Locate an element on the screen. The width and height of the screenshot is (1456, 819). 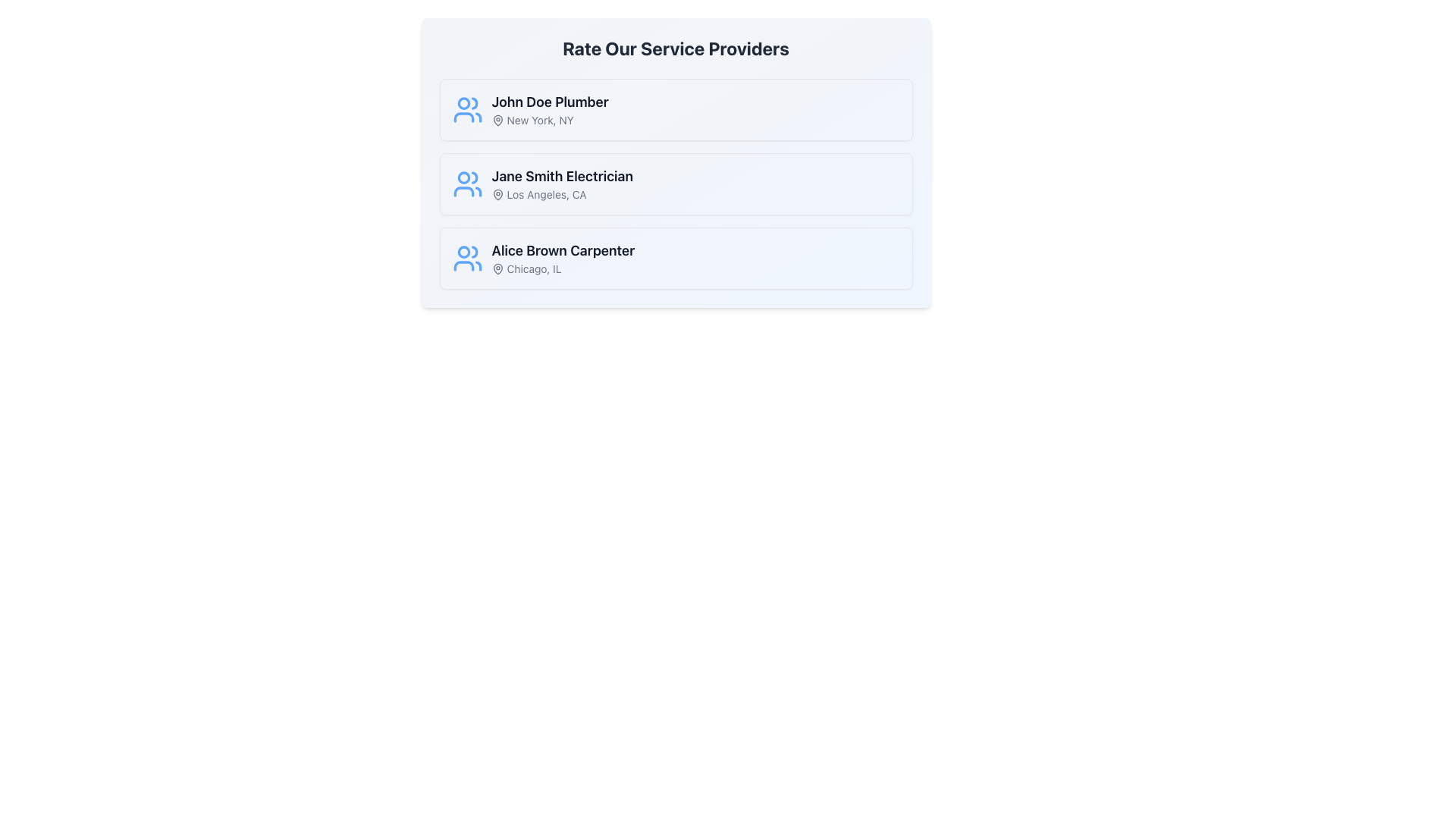
the static text label element displaying 'Alice Brown Carpenter', which is styled in bold and larger font, indicating its importance, and is positioned above the smaller text 'Chicago, IL' and a map pin icon is located at coordinates (562, 250).